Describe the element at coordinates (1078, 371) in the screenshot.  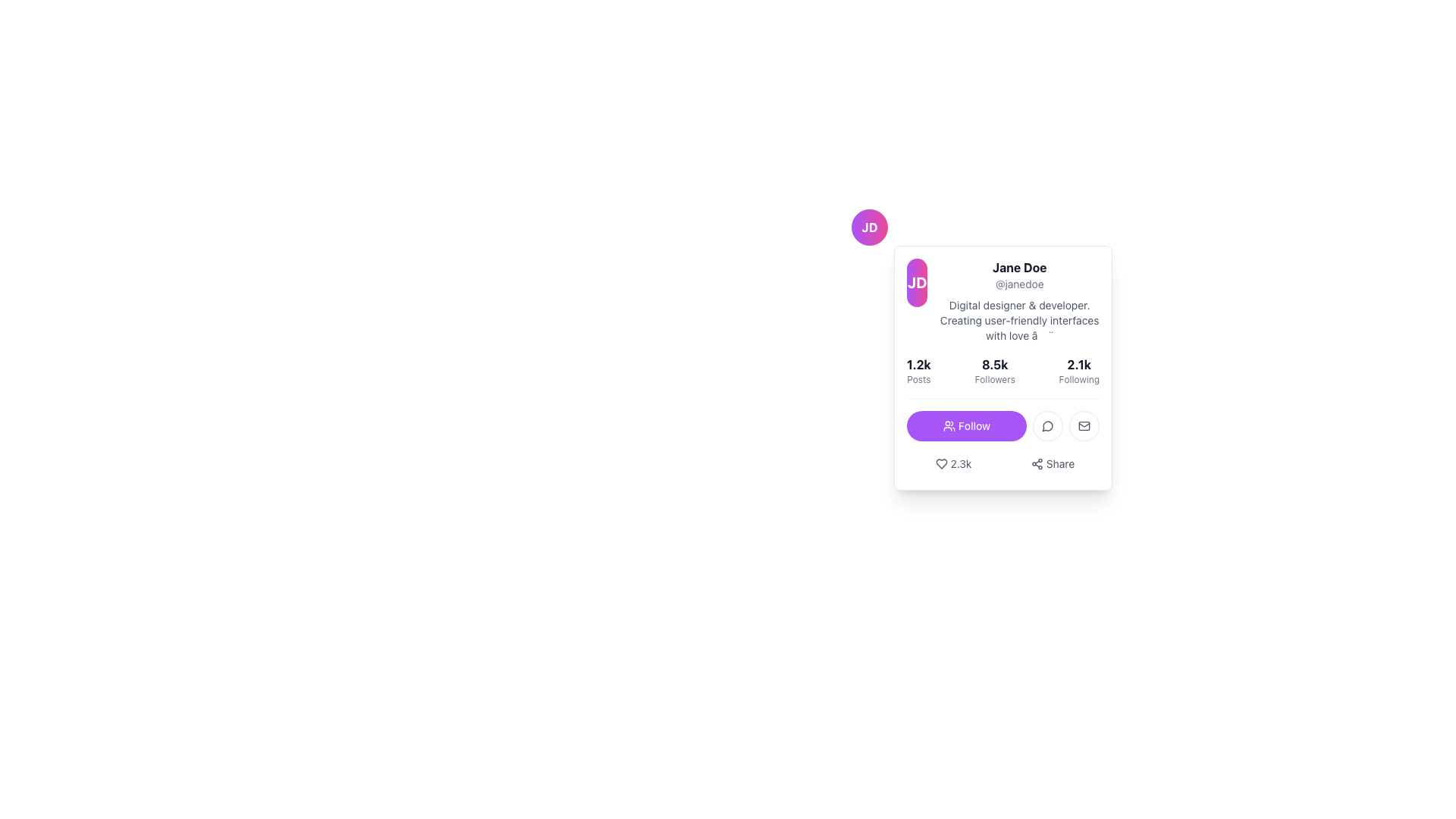
I see `text content of the information display element showing '2.1k' in bold and 'Following' in smaller gray font, located in the third section of the stats group on the user card` at that location.